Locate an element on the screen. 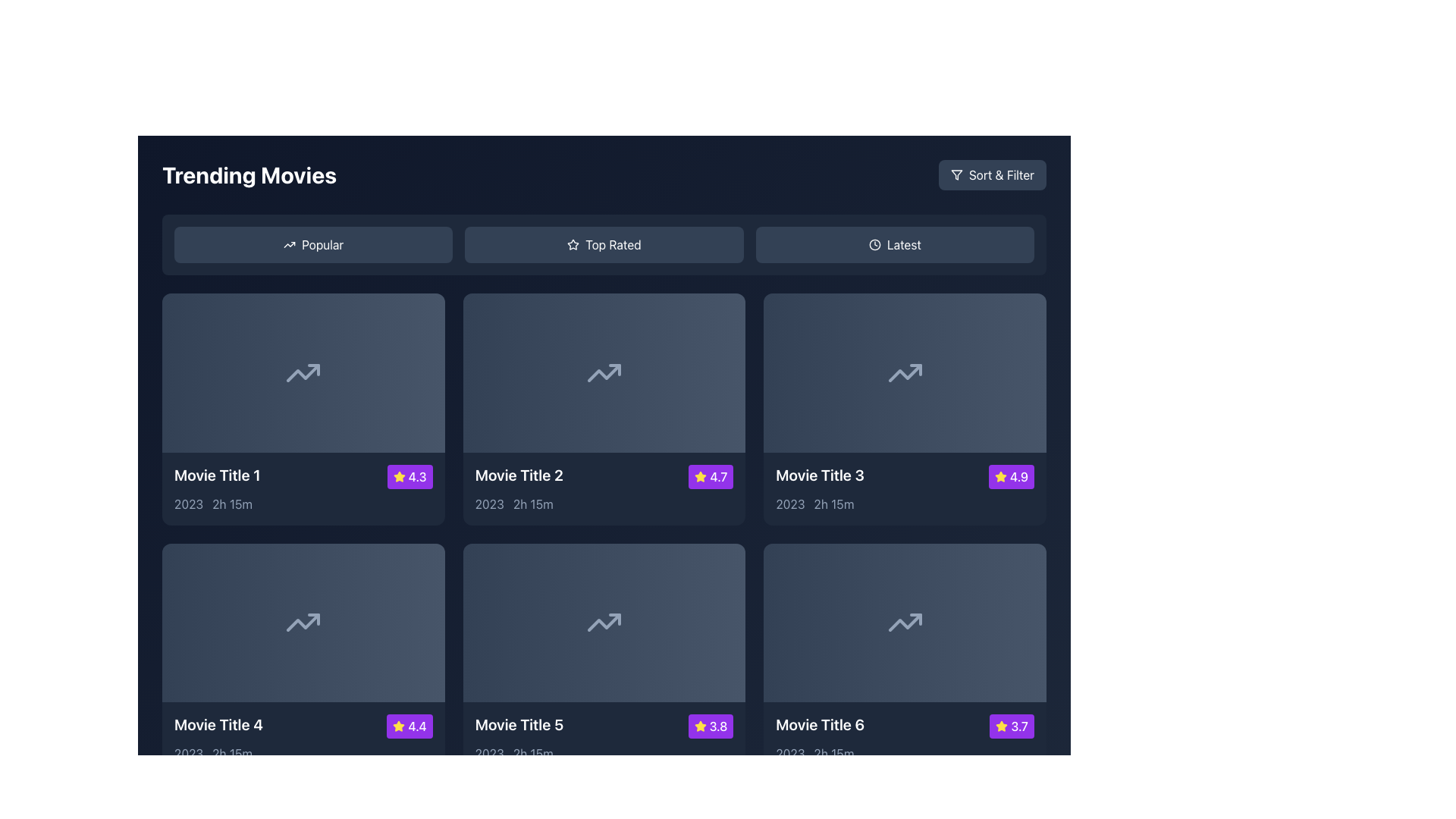 This screenshot has width=1456, height=819. the static text label displaying the runtime information of 'Movie Title 1', which indicates a duration of 2 hours and 15 minutes, positioned to the right of '2023' within the card layout is located at coordinates (231, 504).